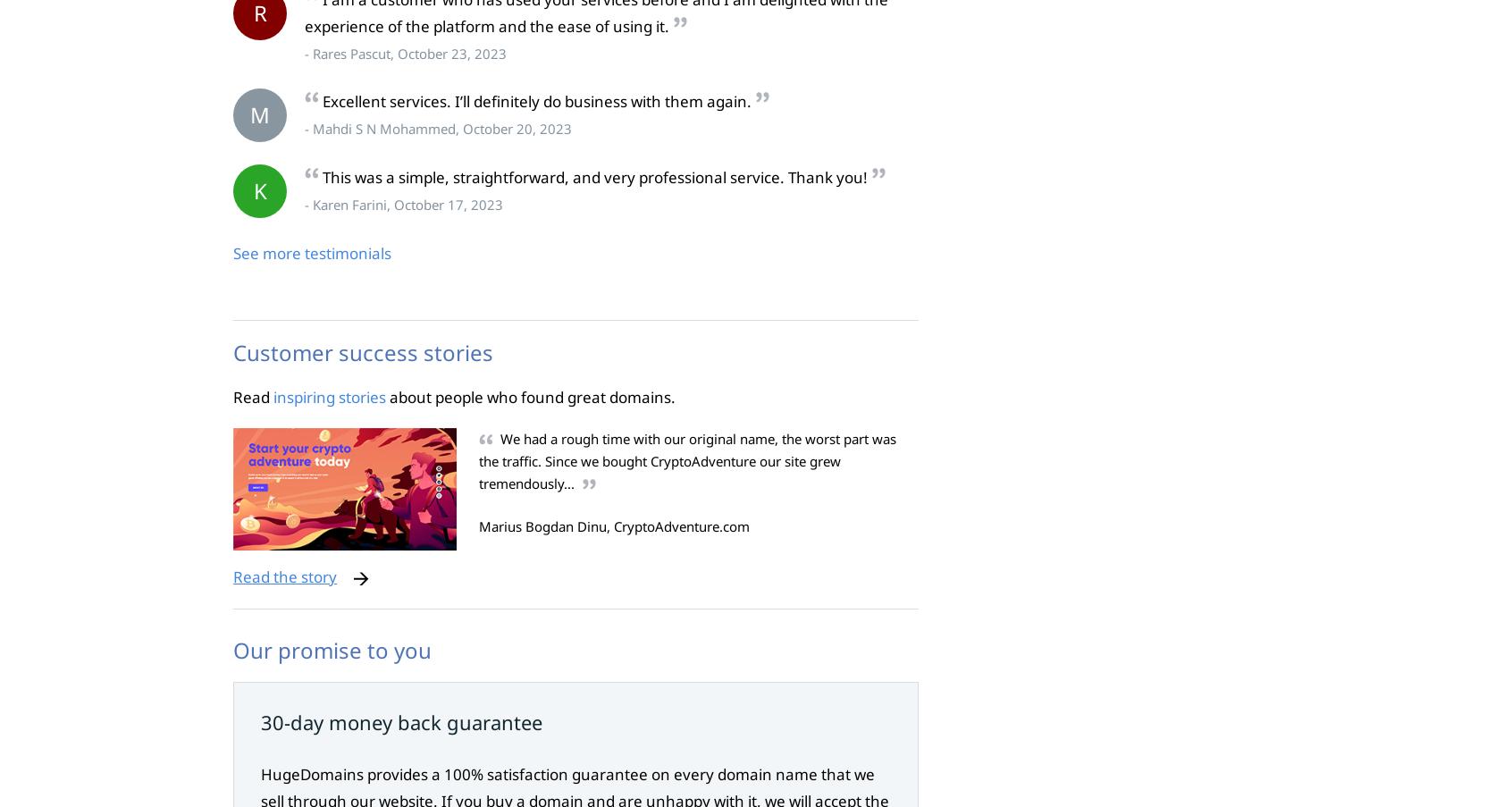 The height and width of the screenshot is (807, 1512). I want to click on 'We had a rough time with our original name, the worst part was the traffic. Since we bought CryptoAdventure our site grew tremendously...', so click(686, 460).